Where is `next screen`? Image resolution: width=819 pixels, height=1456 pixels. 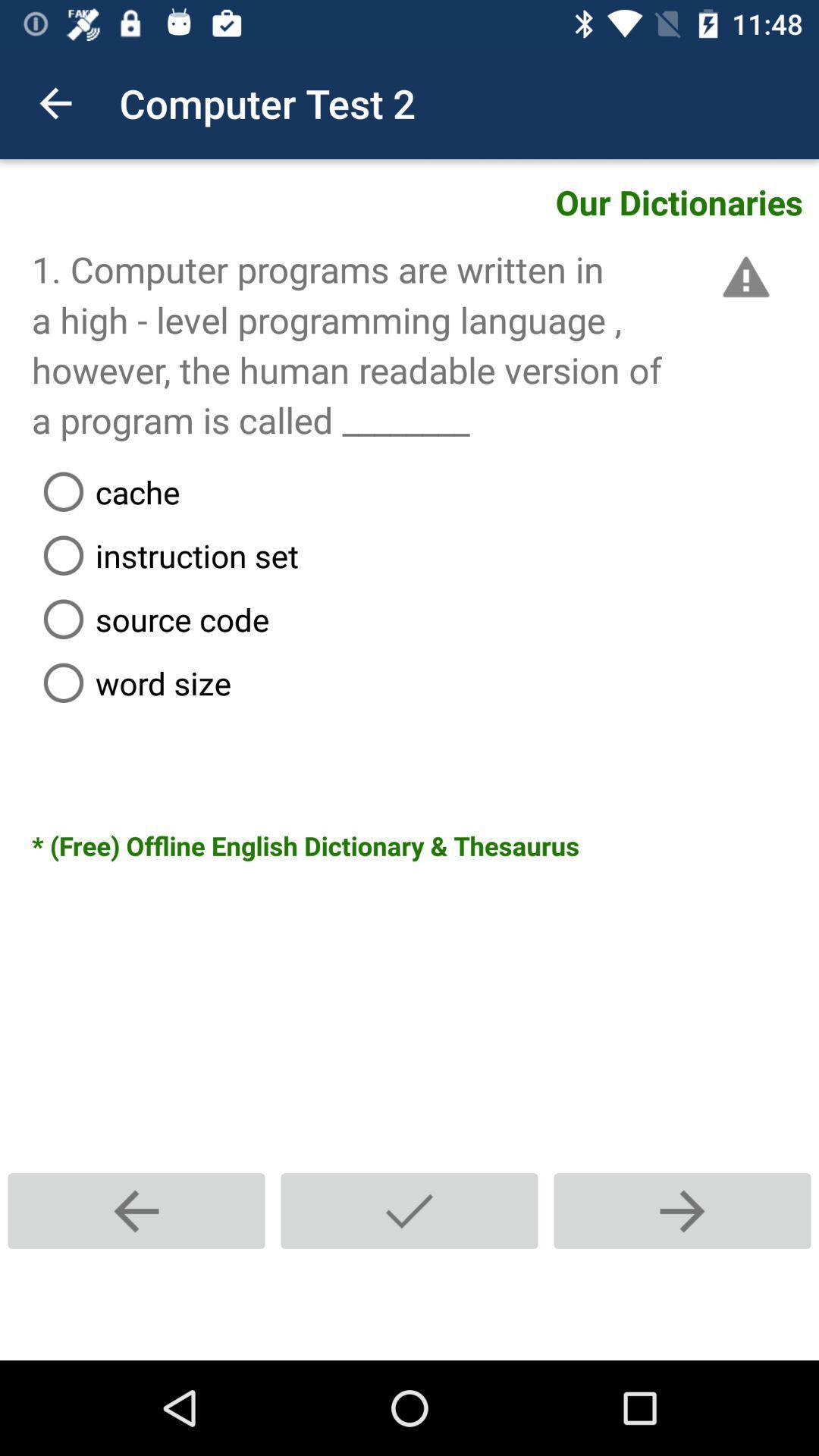 next screen is located at coordinates (681, 1210).